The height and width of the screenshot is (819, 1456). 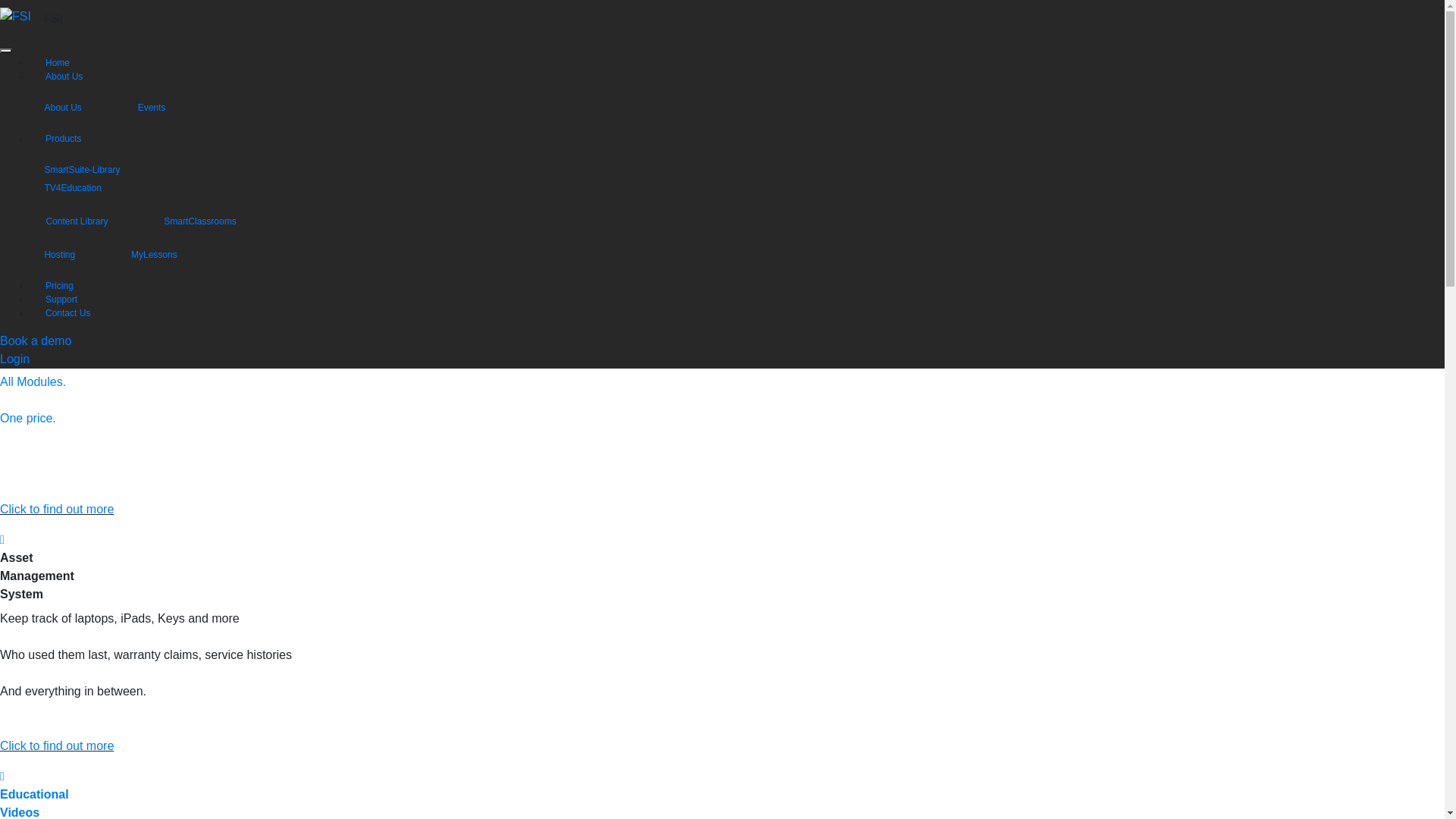 What do you see at coordinates (61, 299) in the screenshot?
I see `'Support'` at bounding box center [61, 299].